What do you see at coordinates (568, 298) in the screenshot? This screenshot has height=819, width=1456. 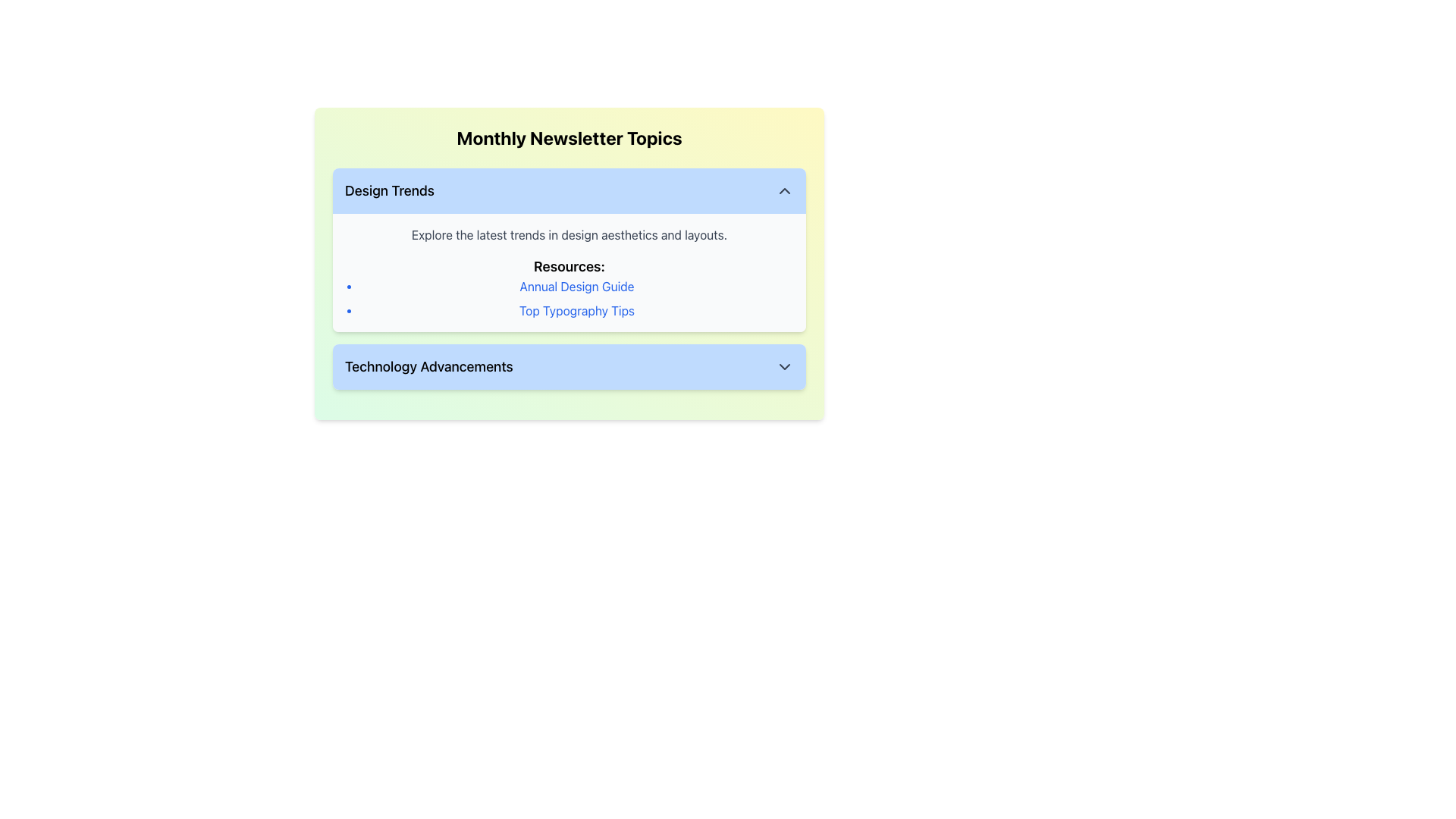 I see `the first item 'Annual Design Guide' in the unordered list located under the 'Resources' section` at bounding box center [568, 298].